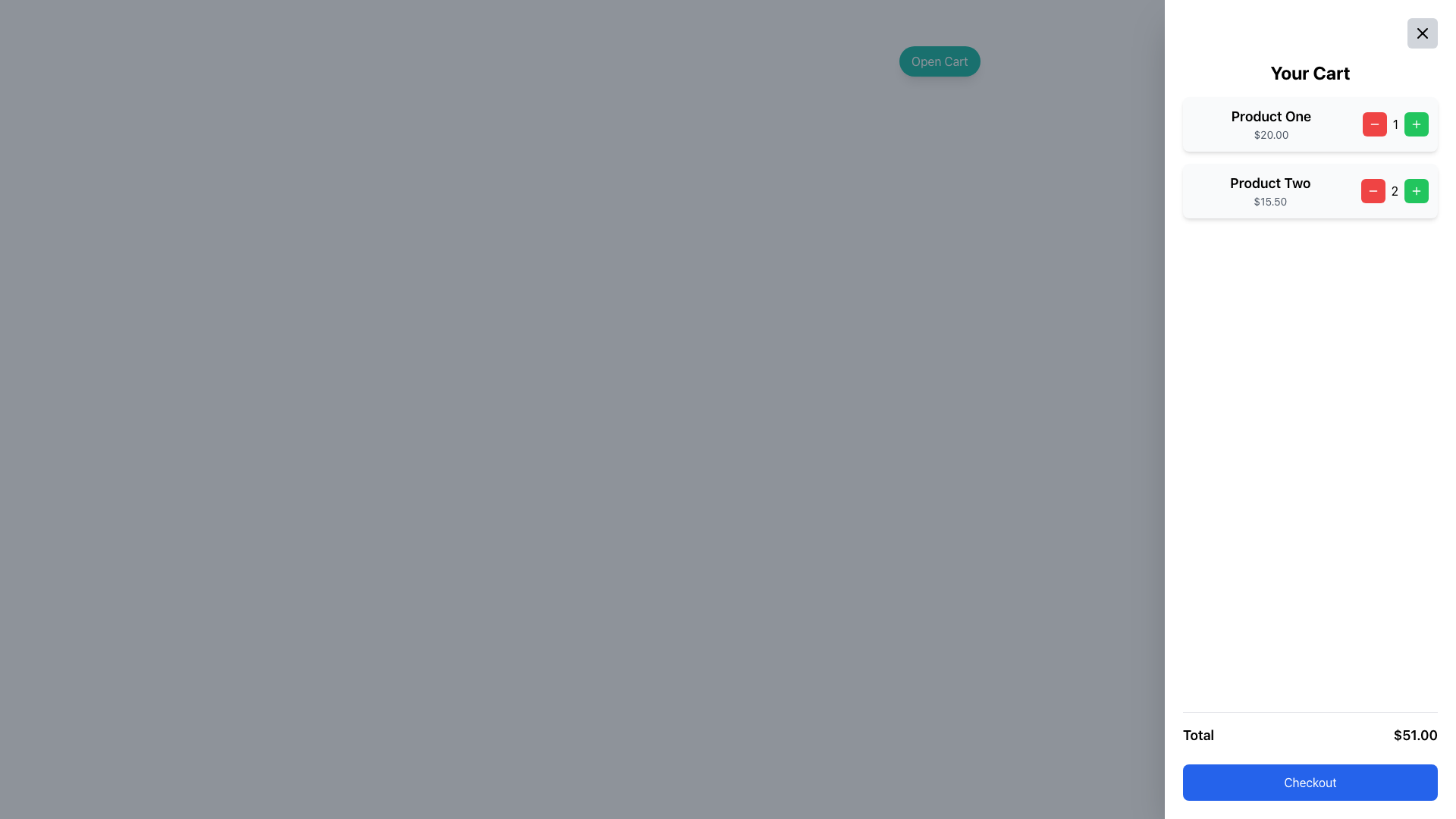 The image size is (1456, 819). What do you see at coordinates (1270, 190) in the screenshot?
I see `displayed text from the 'Product Two' text label, which shows the product name in bold above its price` at bounding box center [1270, 190].